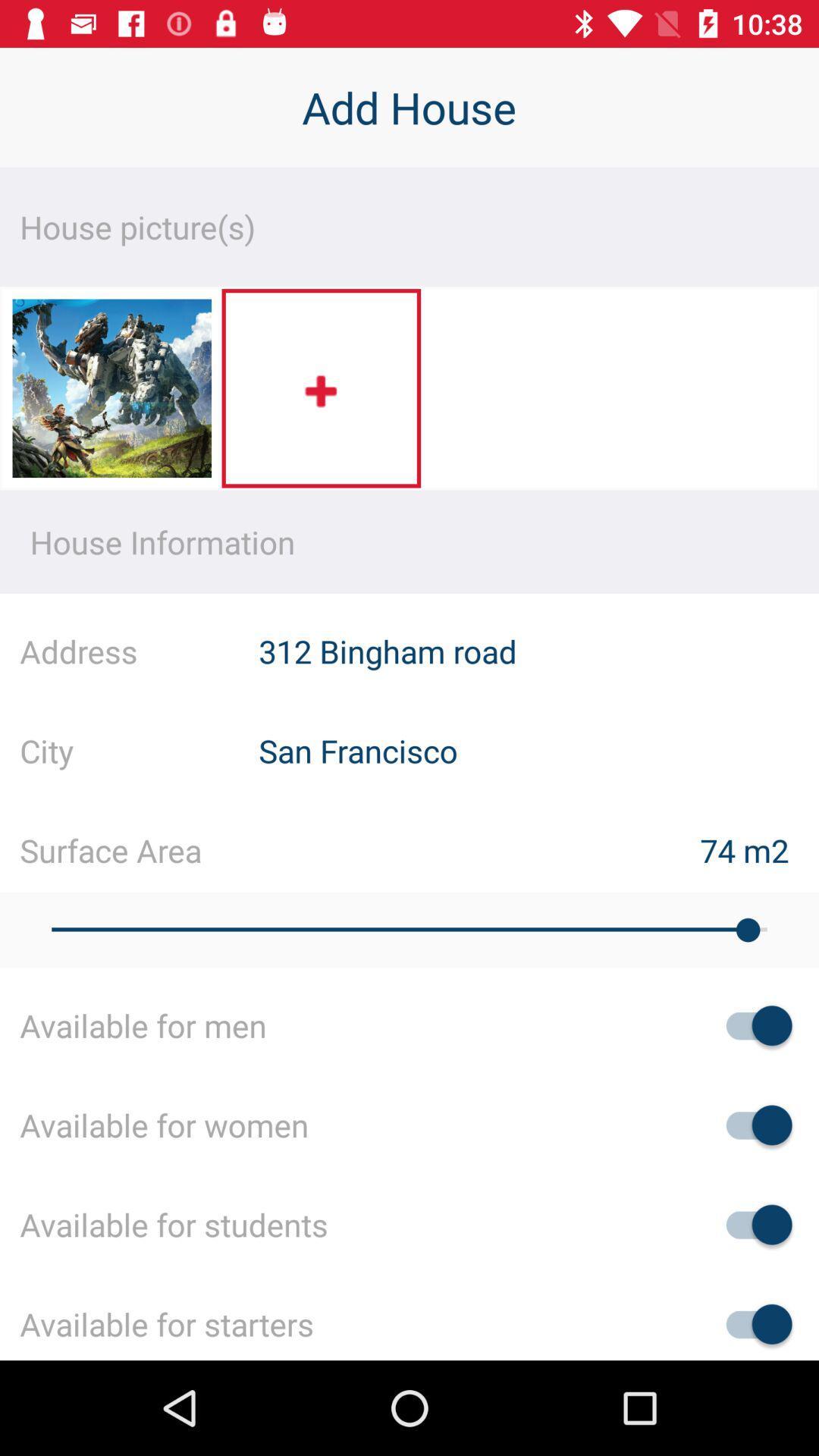  I want to click on adds a picture of the house, so click(320, 388).